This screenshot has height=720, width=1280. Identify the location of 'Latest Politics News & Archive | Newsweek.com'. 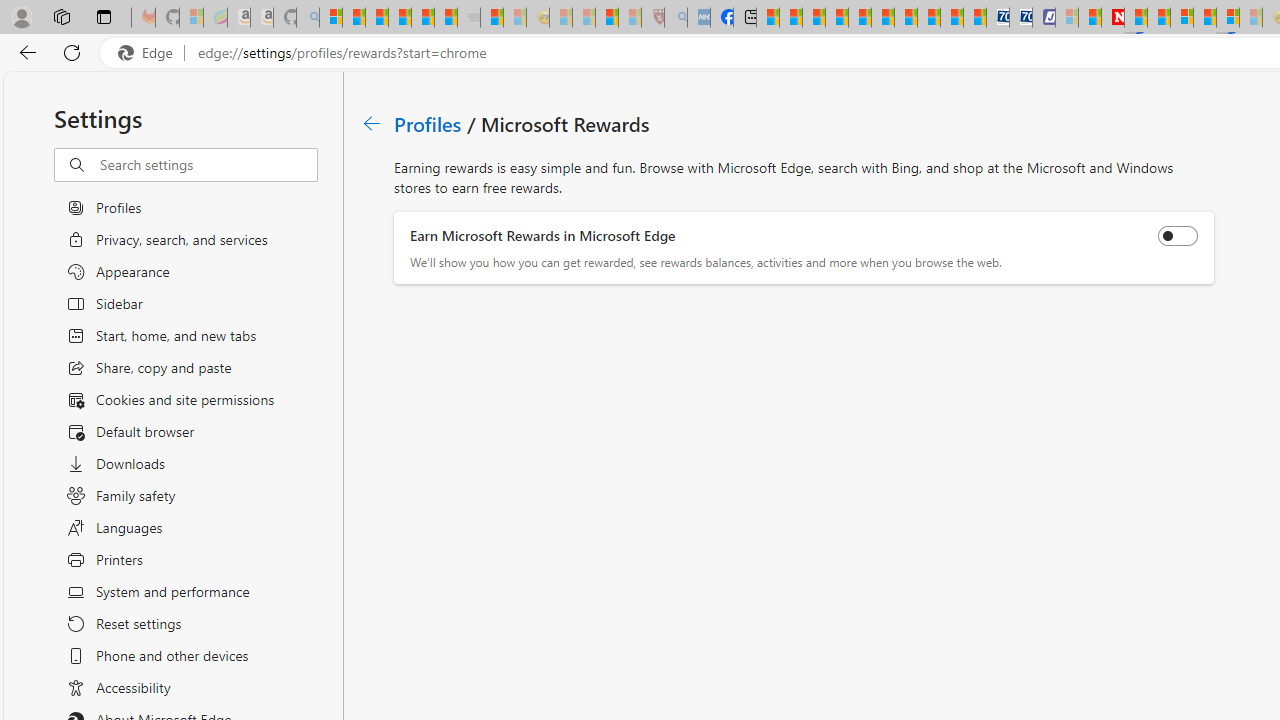
(1111, 17).